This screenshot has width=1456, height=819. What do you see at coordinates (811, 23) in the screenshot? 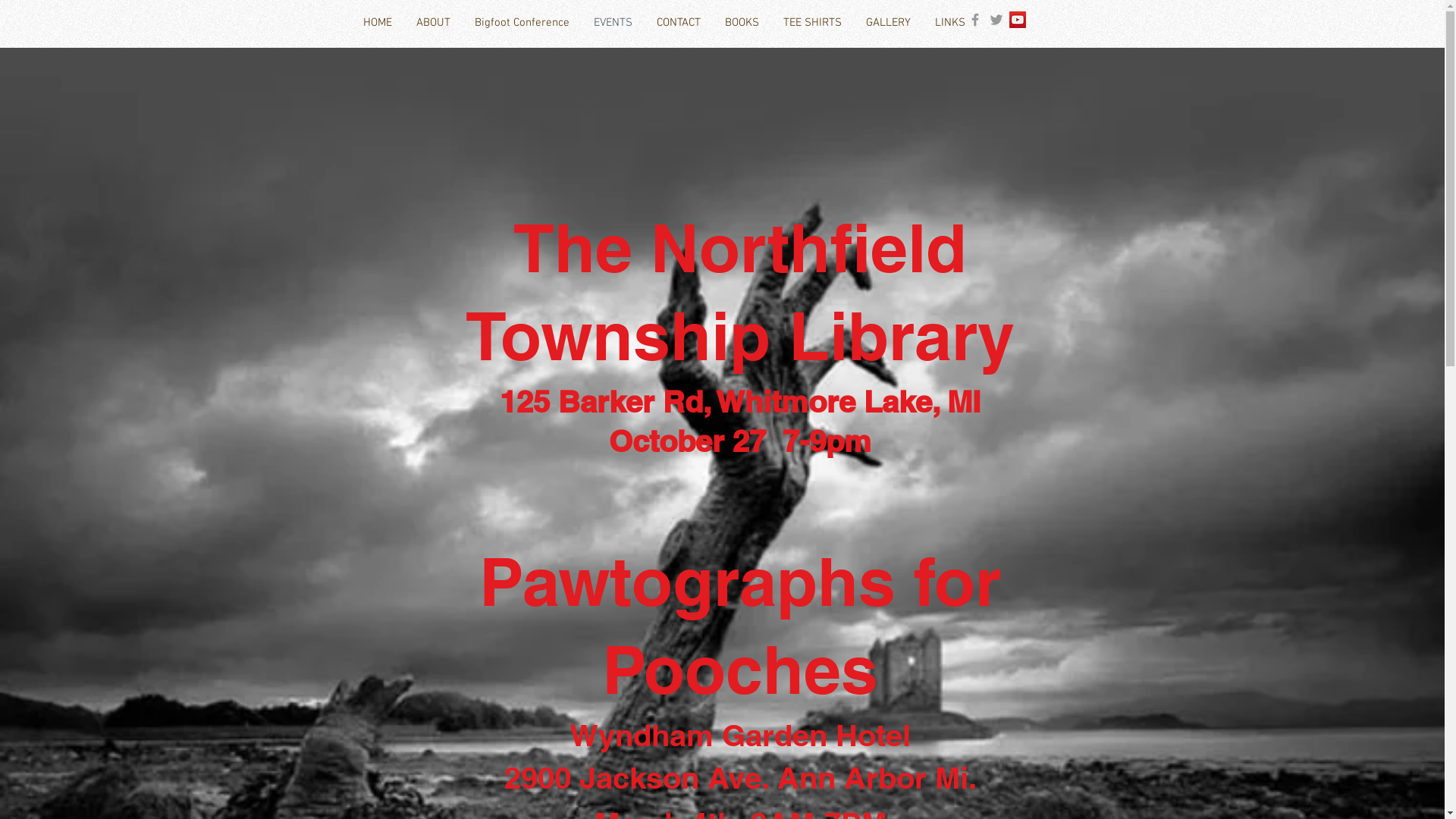
I see `'TEE SHIRTS'` at bounding box center [811, 23].